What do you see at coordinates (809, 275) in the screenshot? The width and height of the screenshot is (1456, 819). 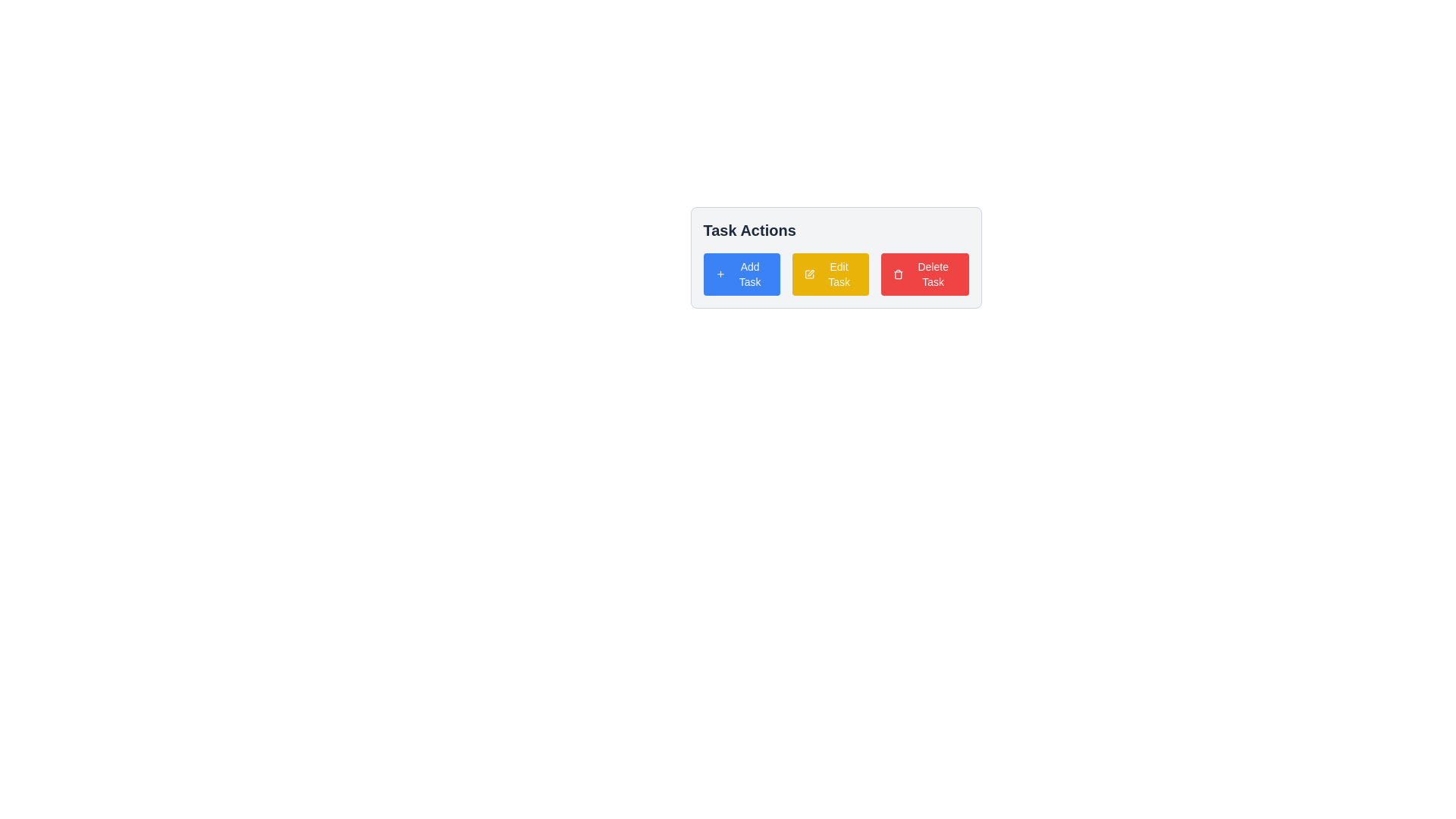 I see `the 'Edit Task' button which contains the icon that represents editing a task, located in the top-right 'Task Actions' section` at bounding box center [809, 275].